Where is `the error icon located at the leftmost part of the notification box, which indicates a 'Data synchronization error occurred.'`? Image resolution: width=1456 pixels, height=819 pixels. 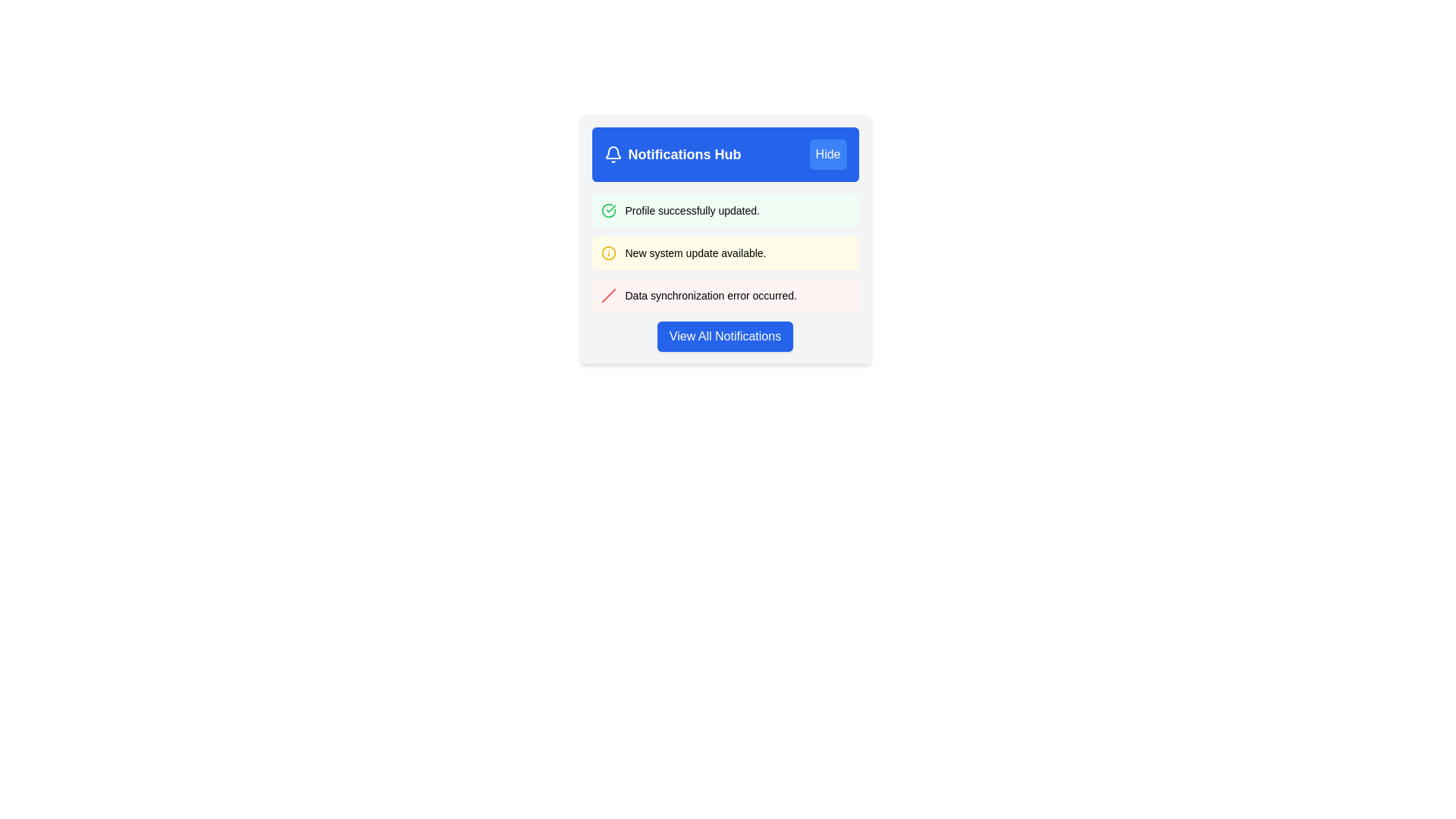 the error icon located at the leftmost part of the notification box, which indicates a 'Data synchronization error occurred.' is located at coordinates (608, 295).